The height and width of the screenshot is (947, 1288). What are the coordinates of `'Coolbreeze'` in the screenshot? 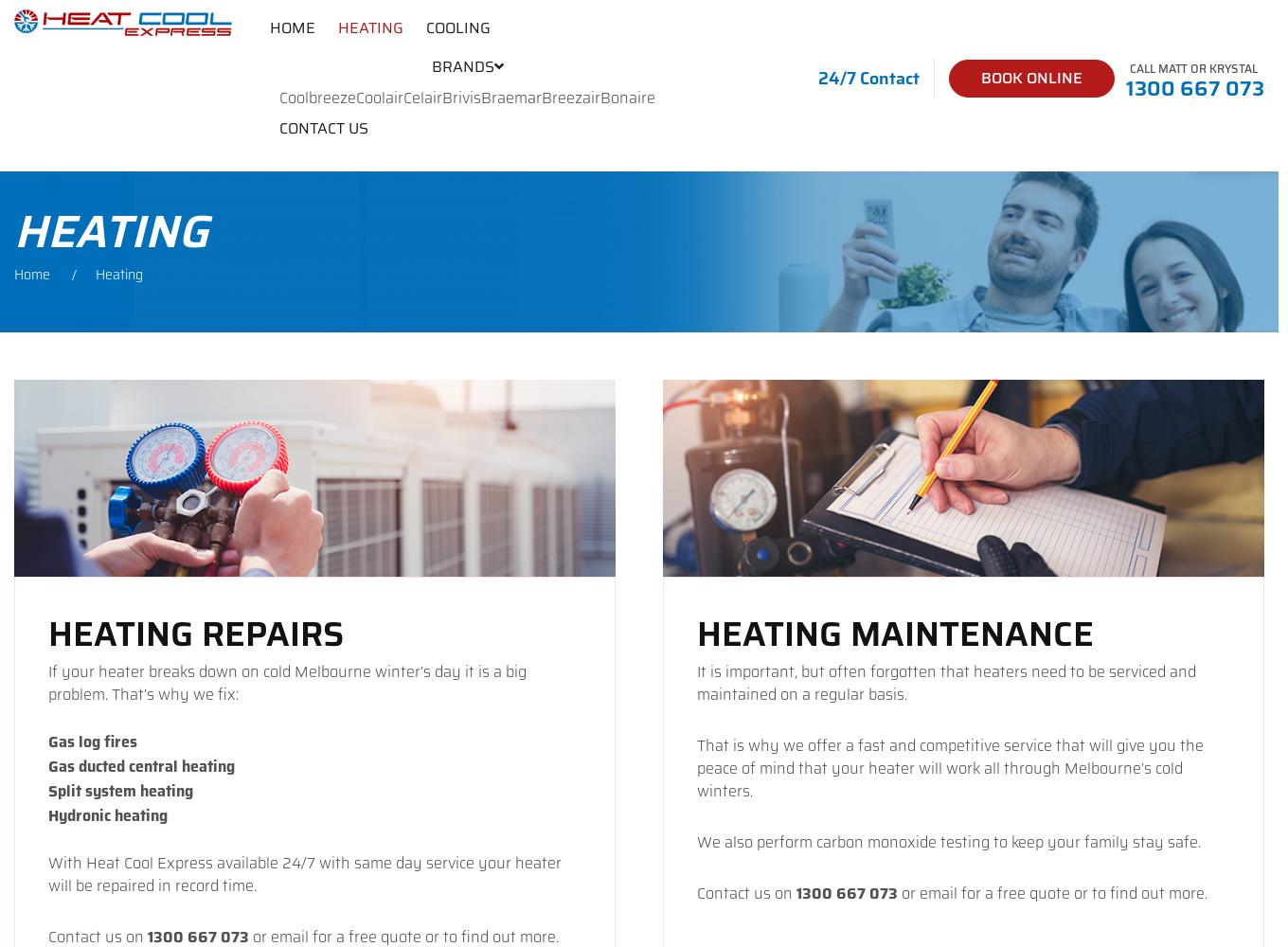 It's located at (316, 97).